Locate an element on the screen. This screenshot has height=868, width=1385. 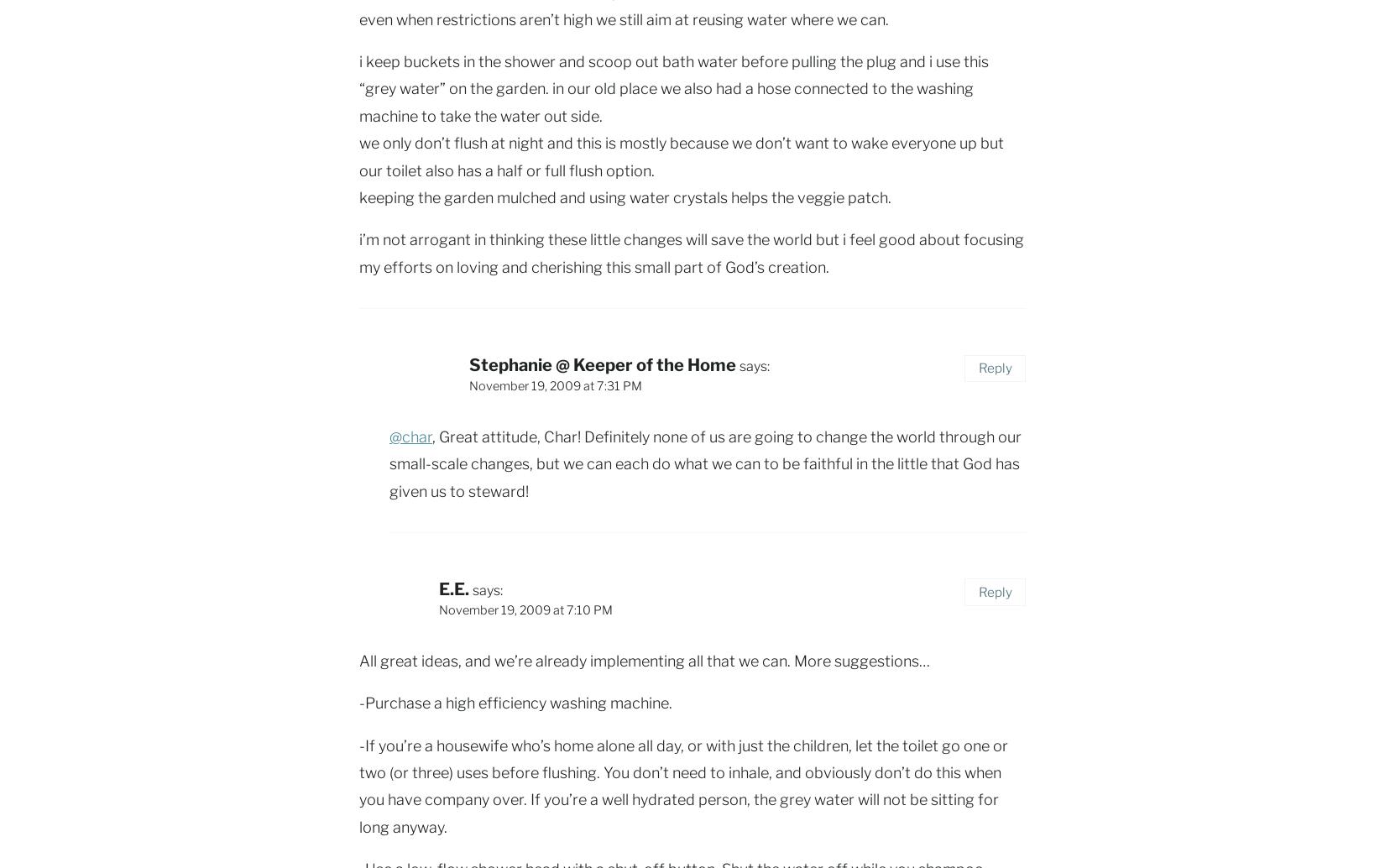
'Stephanie @ Keeper of the Home' is located at coordinates (602, 364).